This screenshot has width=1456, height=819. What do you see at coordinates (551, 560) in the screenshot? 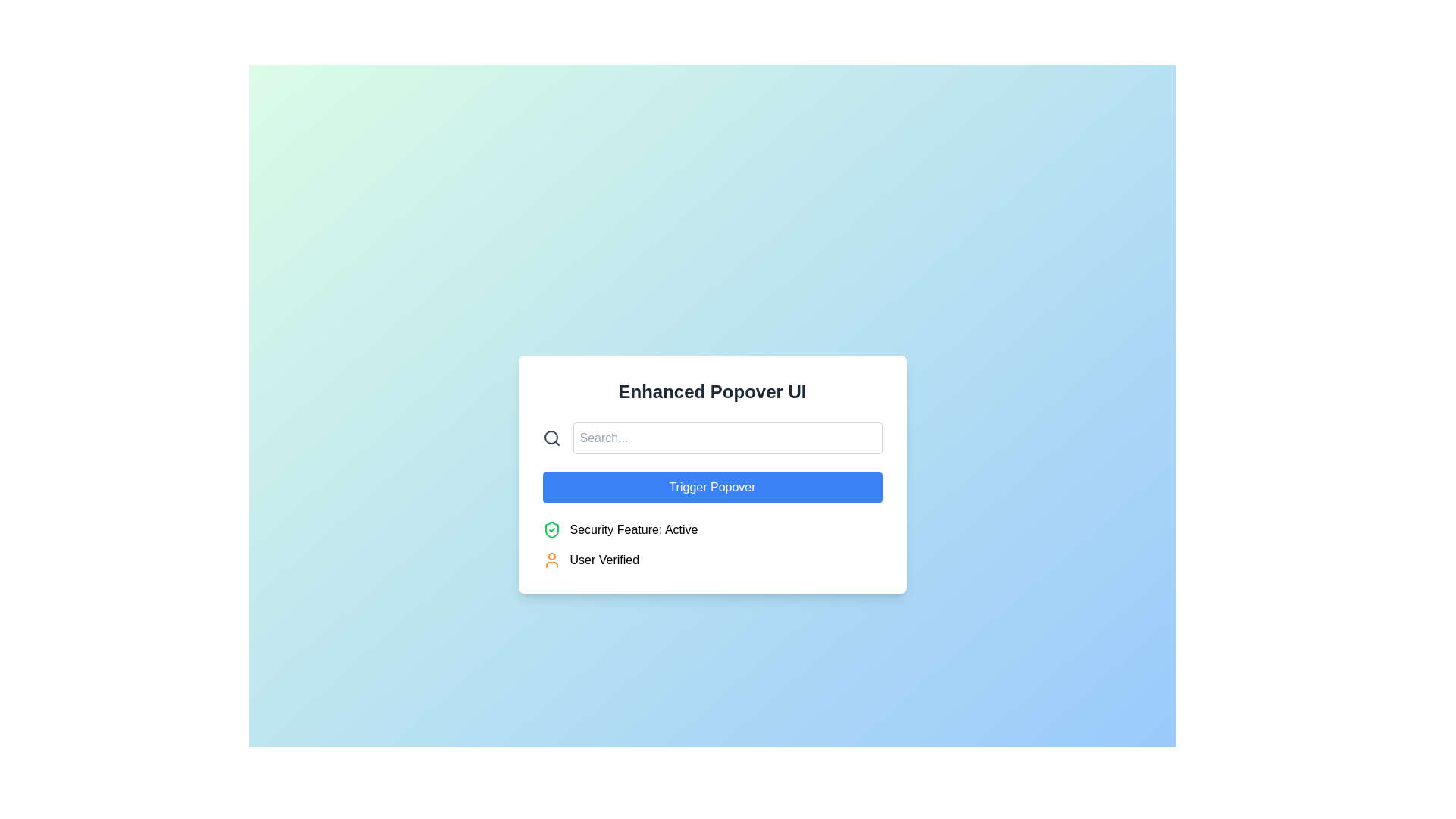
I see `the orange human silhouette icon located to the left of the 'User Verified' text` at bounding box center [551, 560].